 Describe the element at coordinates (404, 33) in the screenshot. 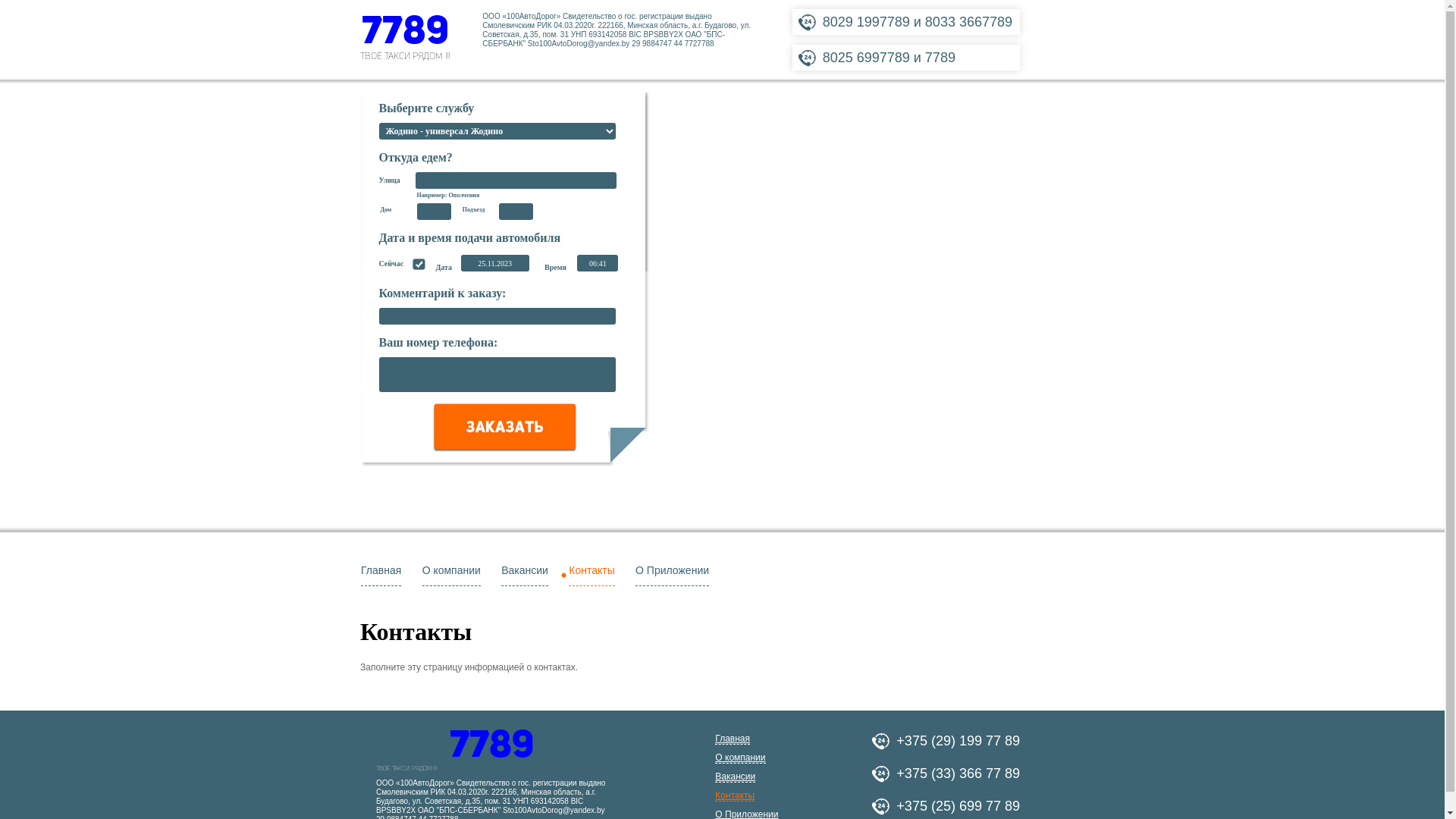

I see `'7789'` at that location.